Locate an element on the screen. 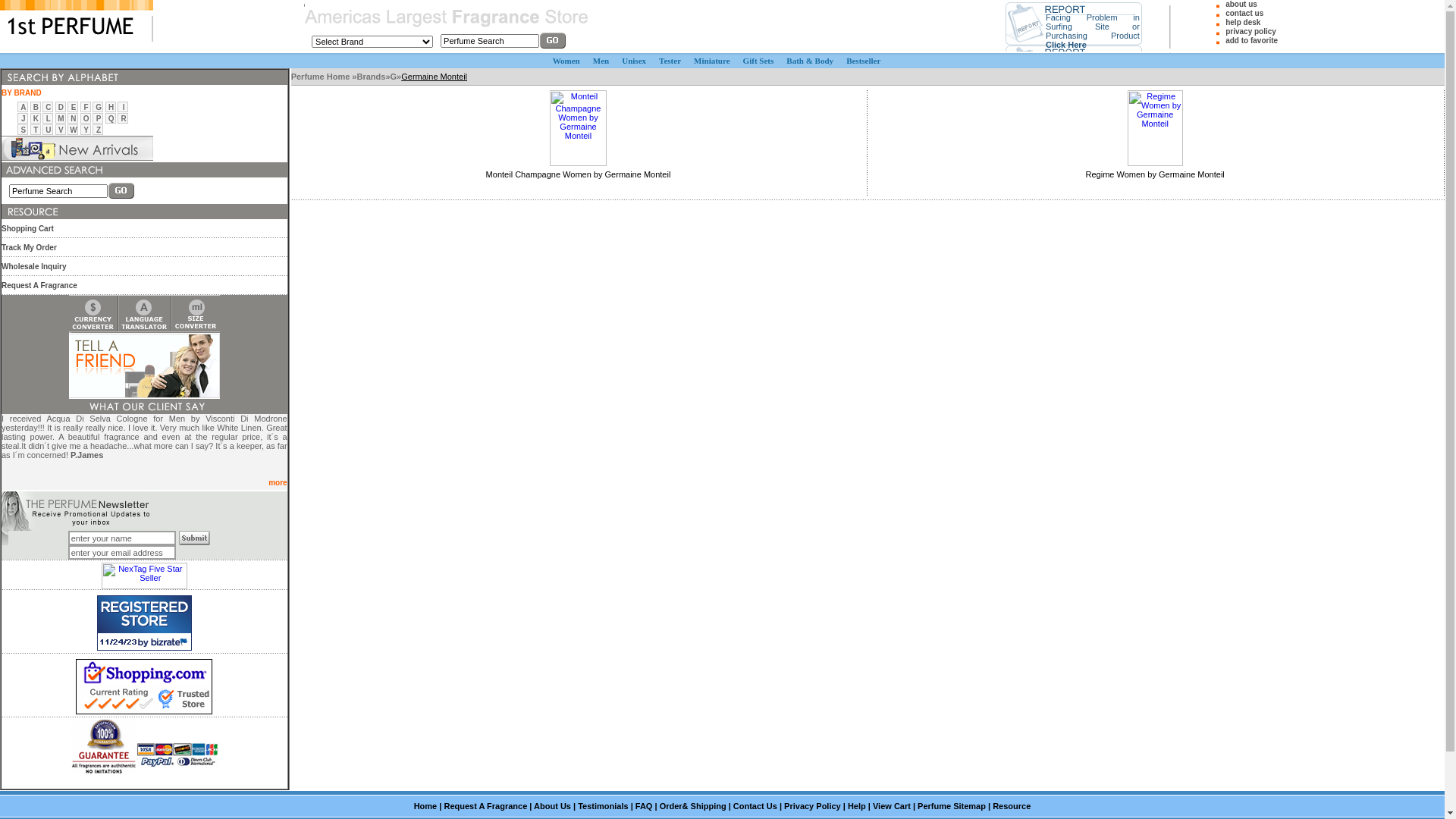  'about us' is located at coordinates (1241, 4).